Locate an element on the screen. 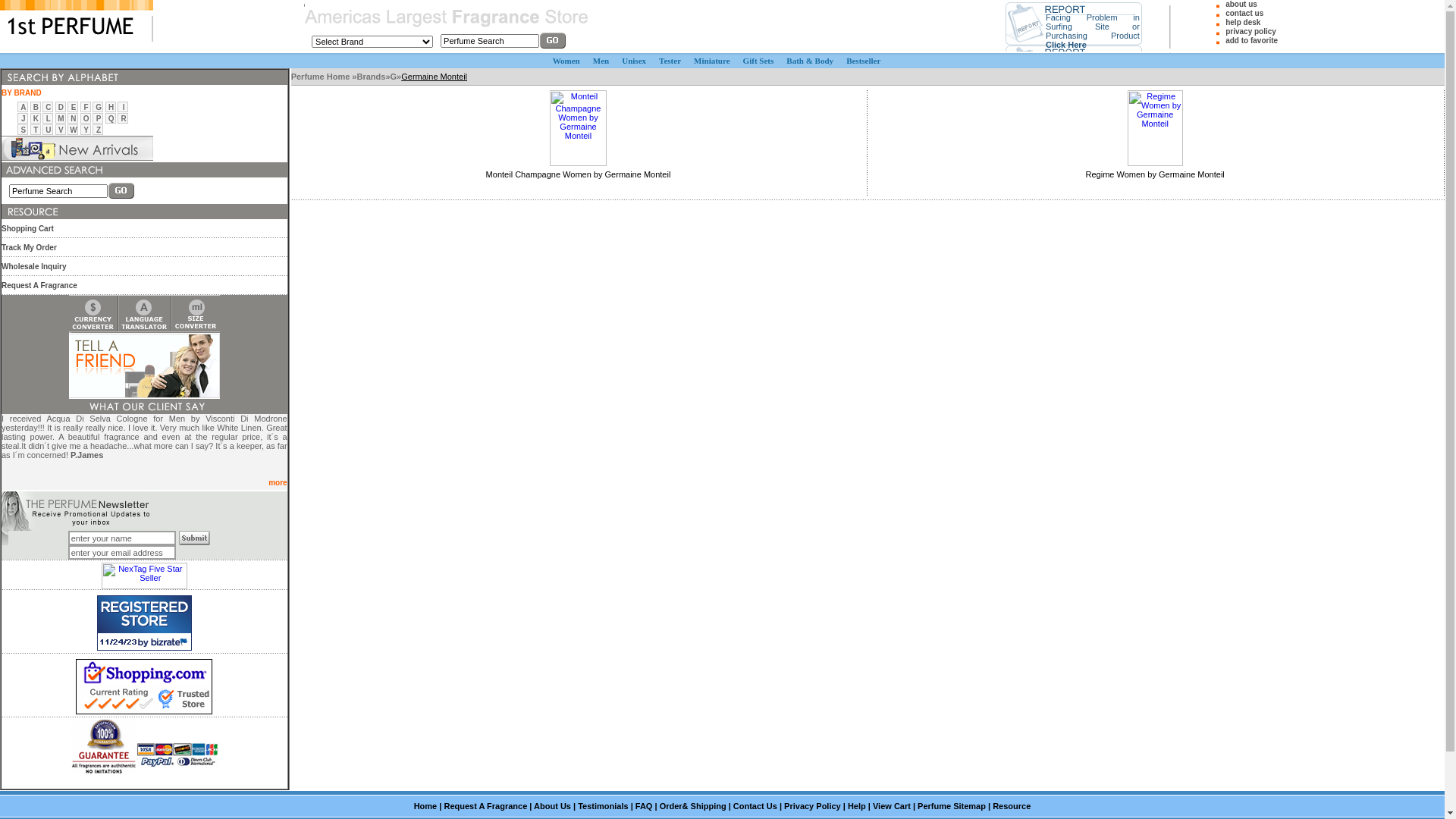  'about us' is located at coordinates (1241, 4).